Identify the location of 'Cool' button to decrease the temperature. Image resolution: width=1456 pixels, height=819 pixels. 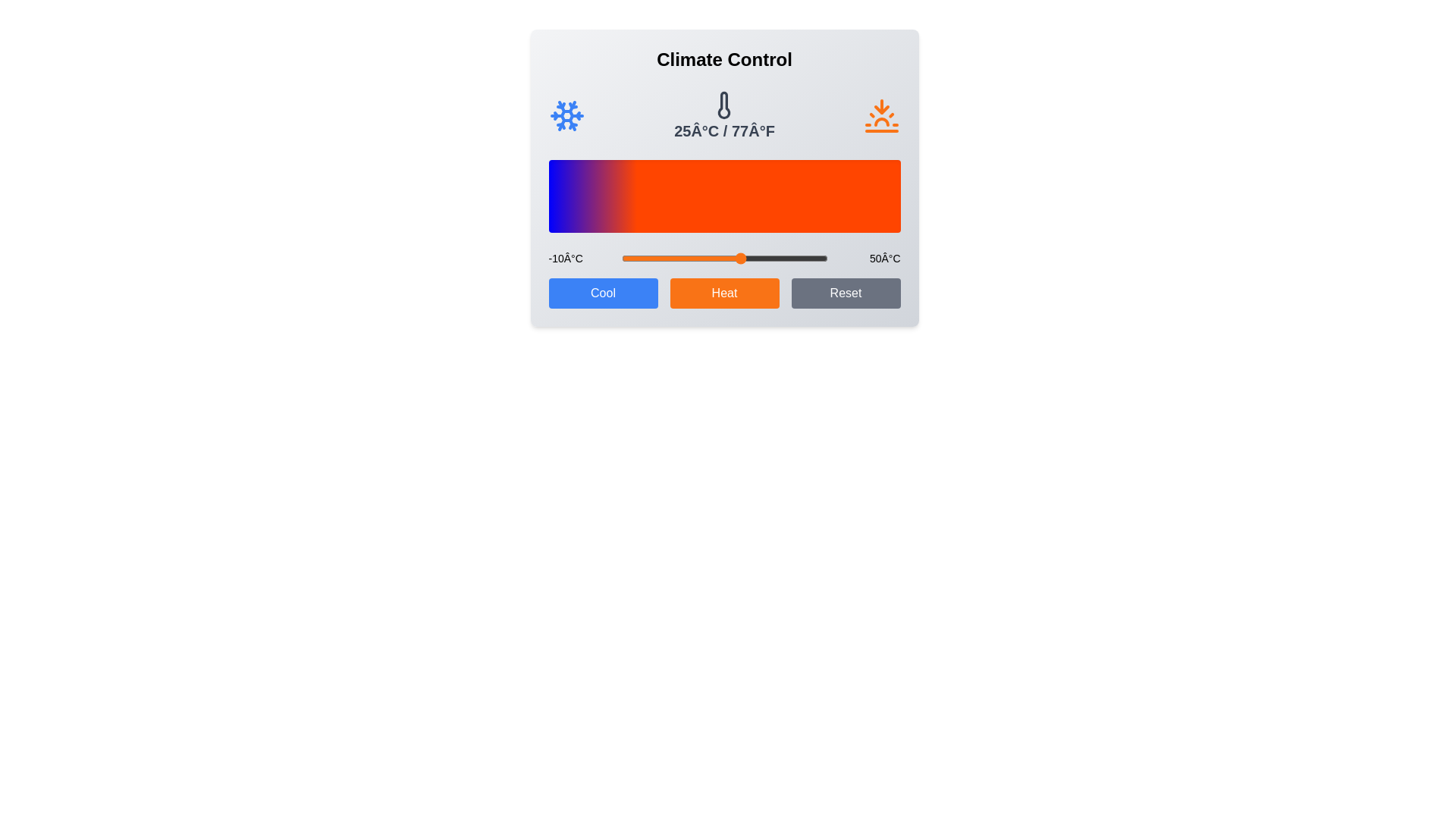
(602, 293).